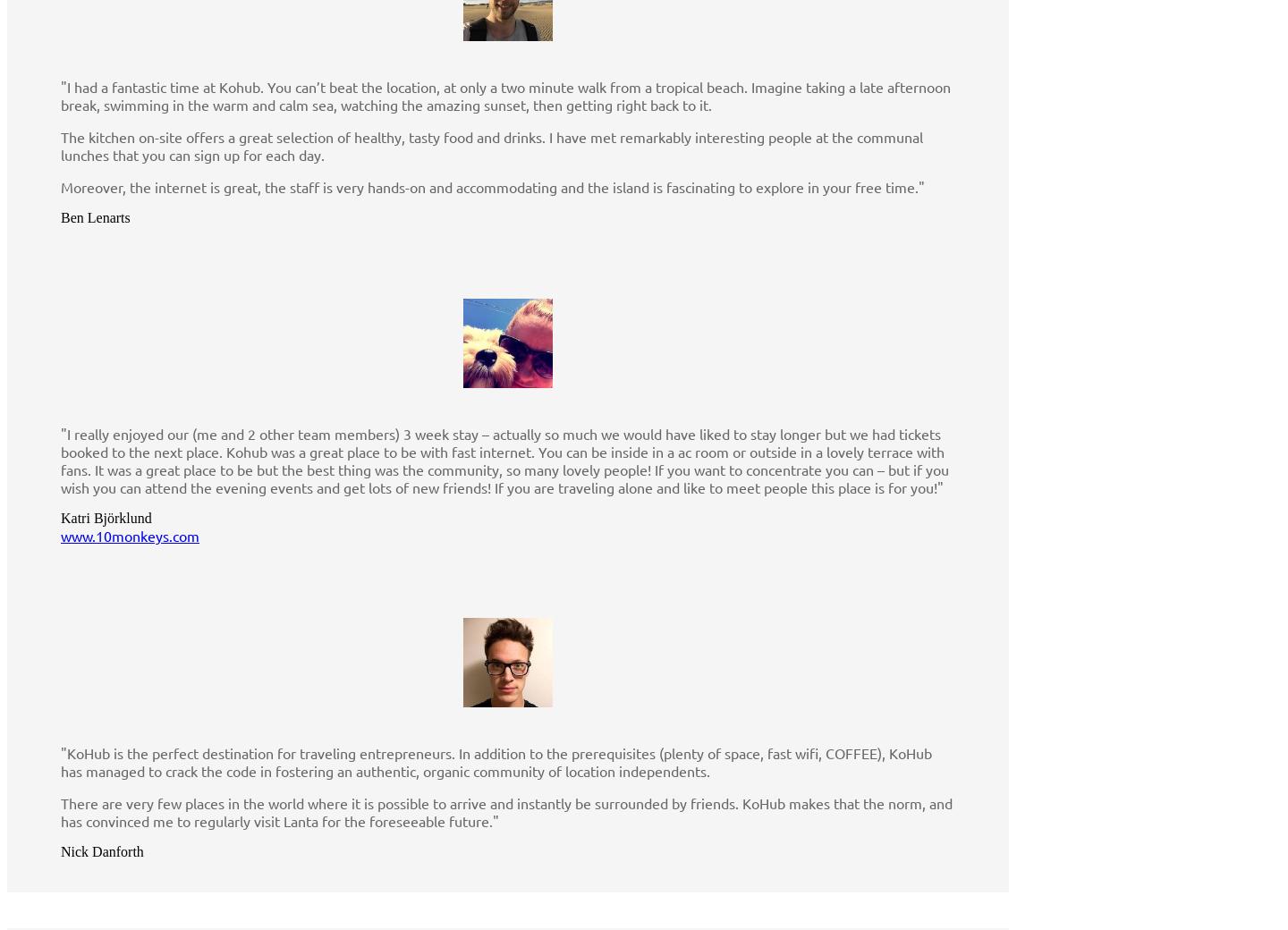  What do you see at coordinates (60, 217) in the screenshot?
I see `'Ben Lenarts'` at bounding box center [60, 217].